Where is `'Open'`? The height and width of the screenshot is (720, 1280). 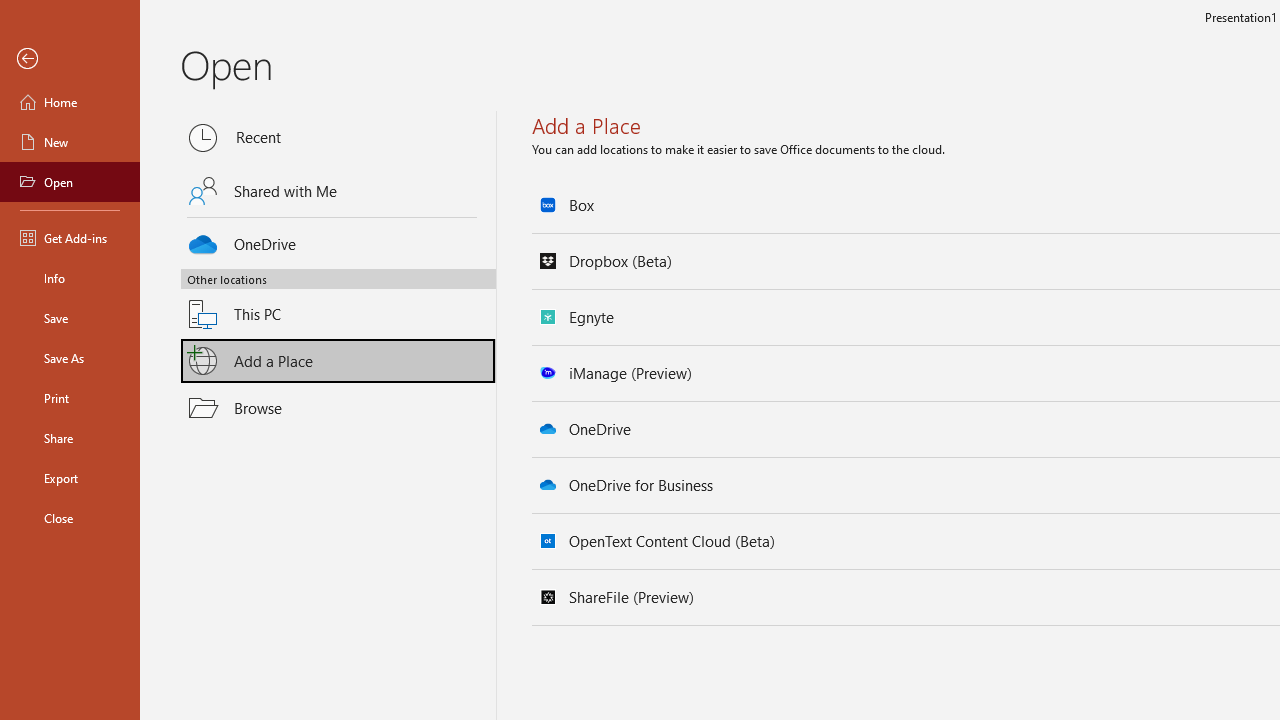 'Open' is located at coordinates (69, 182).